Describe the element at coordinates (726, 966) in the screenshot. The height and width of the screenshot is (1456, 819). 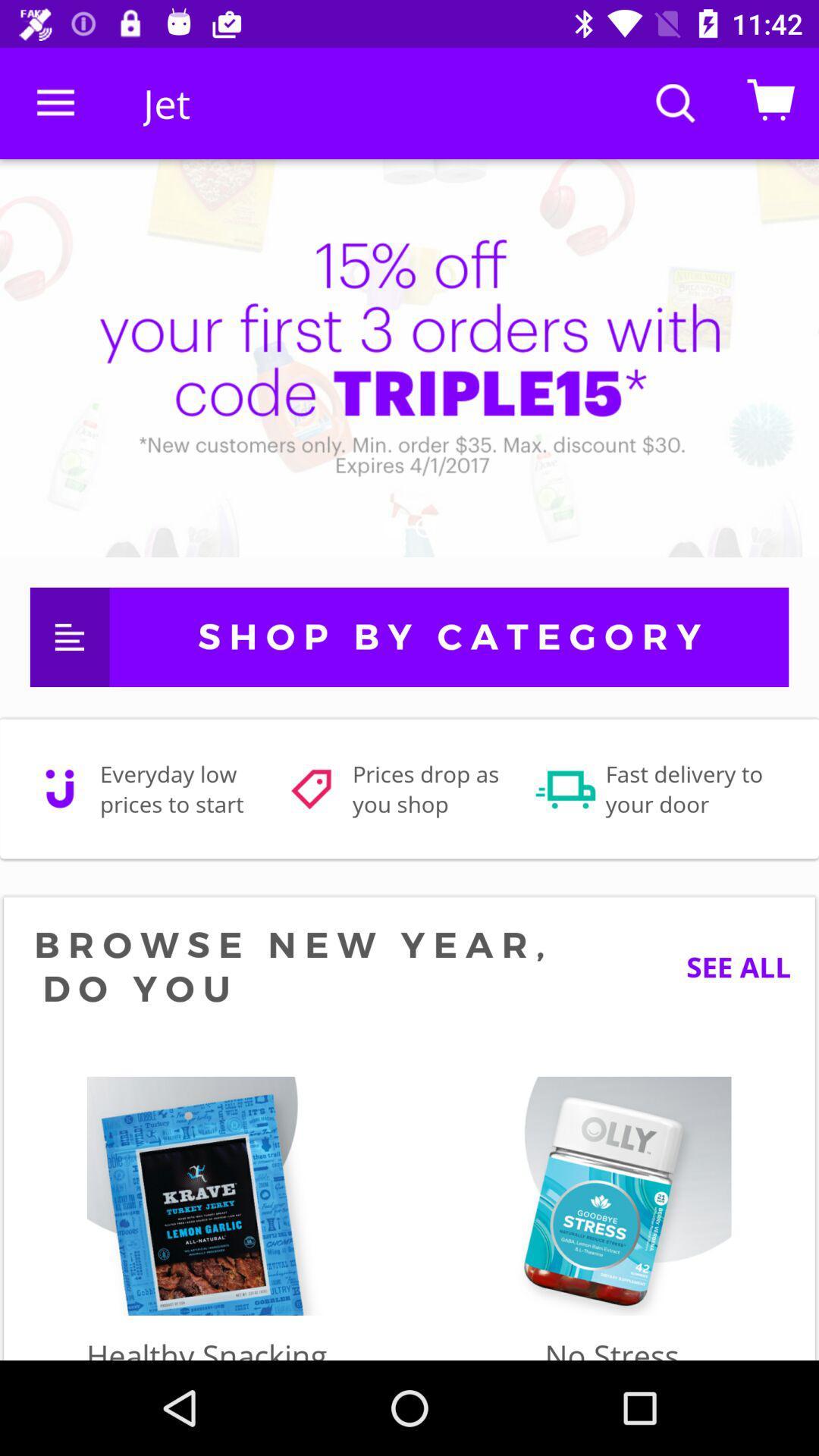
I see `the see all icon` at that location.